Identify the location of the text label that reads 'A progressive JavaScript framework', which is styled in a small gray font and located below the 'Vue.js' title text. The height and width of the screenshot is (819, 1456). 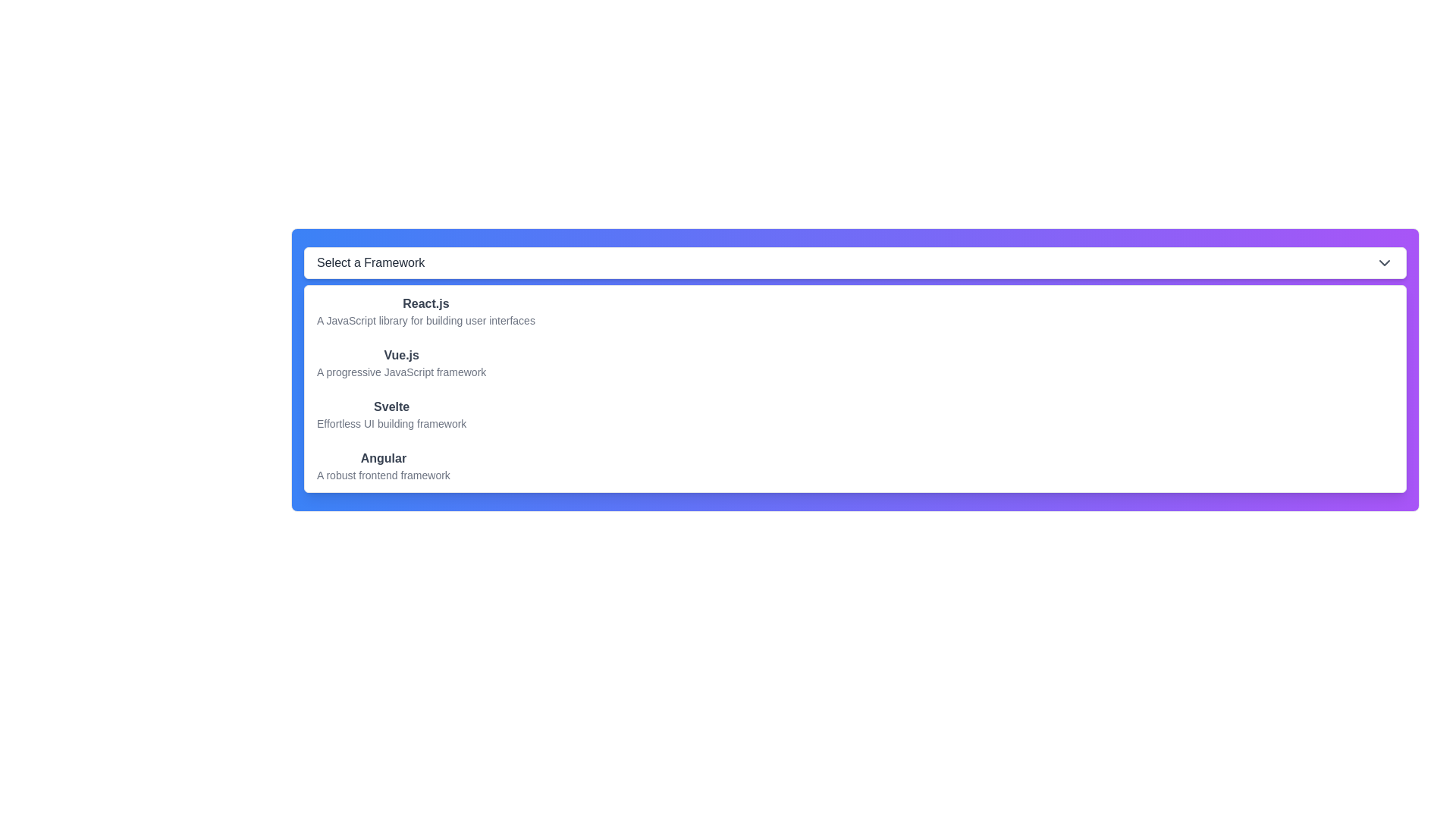
(401, 372).